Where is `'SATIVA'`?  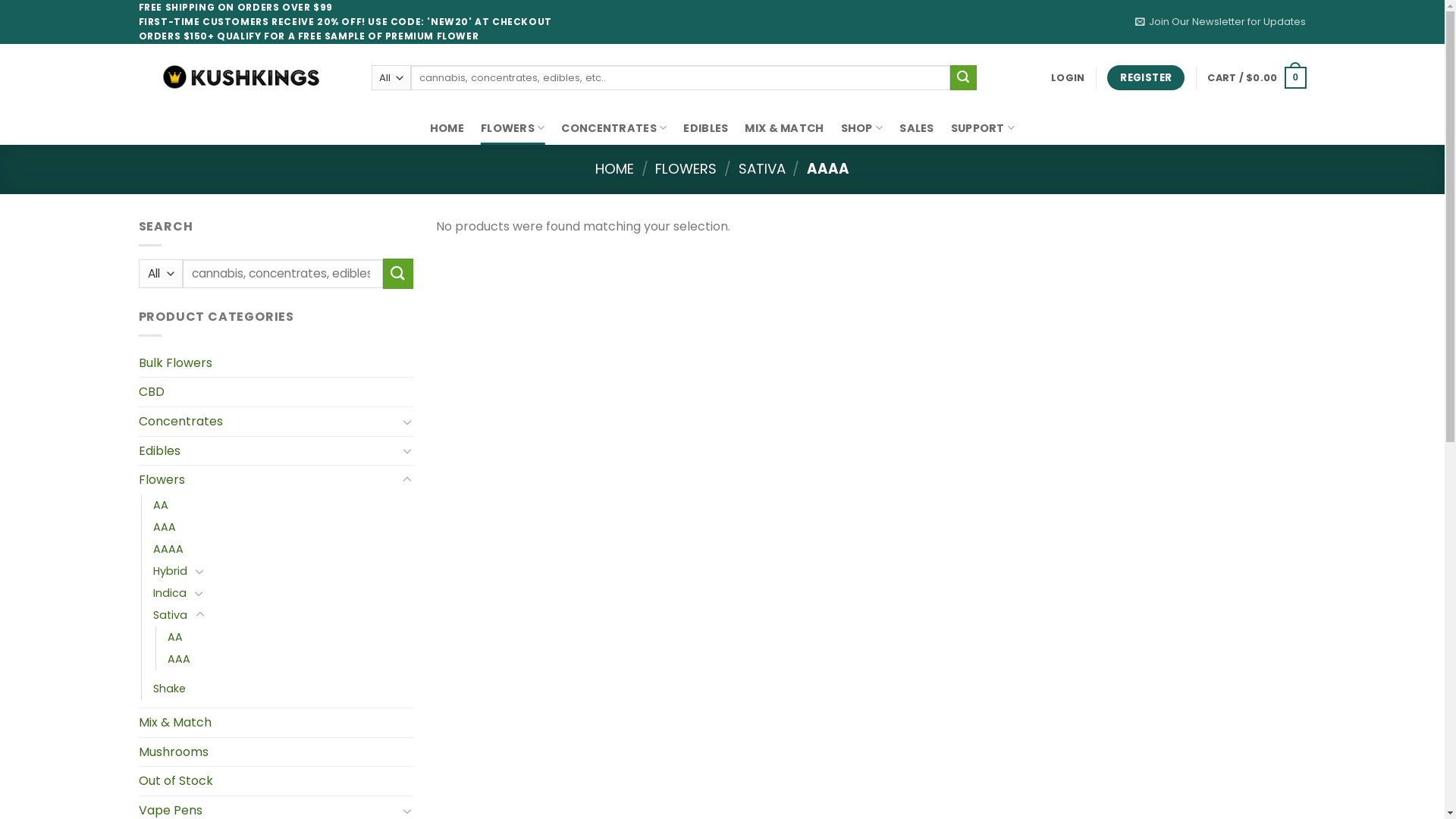 'SATIVA' is located at coordinates (761, 168).